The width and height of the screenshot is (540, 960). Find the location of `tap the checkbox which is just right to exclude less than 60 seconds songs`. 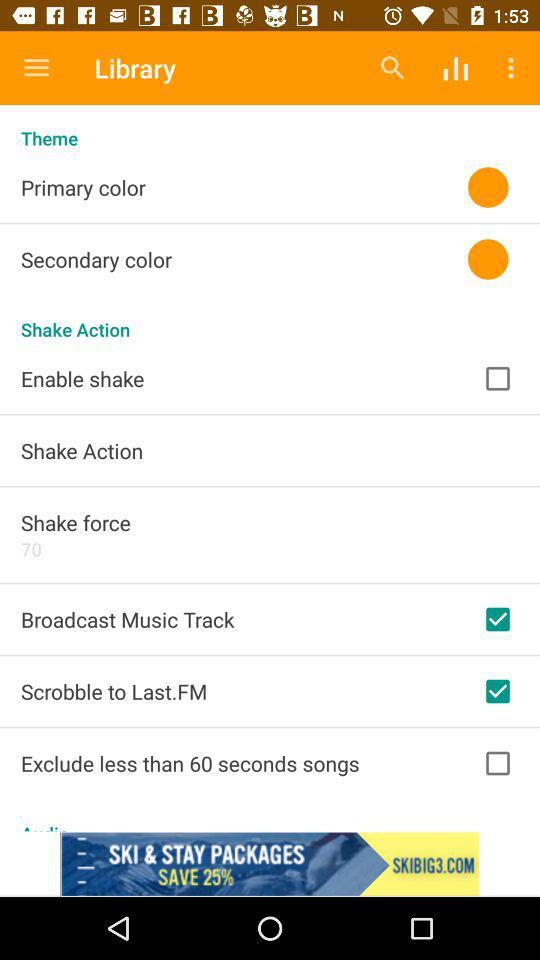

tap the checkbox which is just right to exclude less than 60 seconds songs is located at coordinates (496, 762).